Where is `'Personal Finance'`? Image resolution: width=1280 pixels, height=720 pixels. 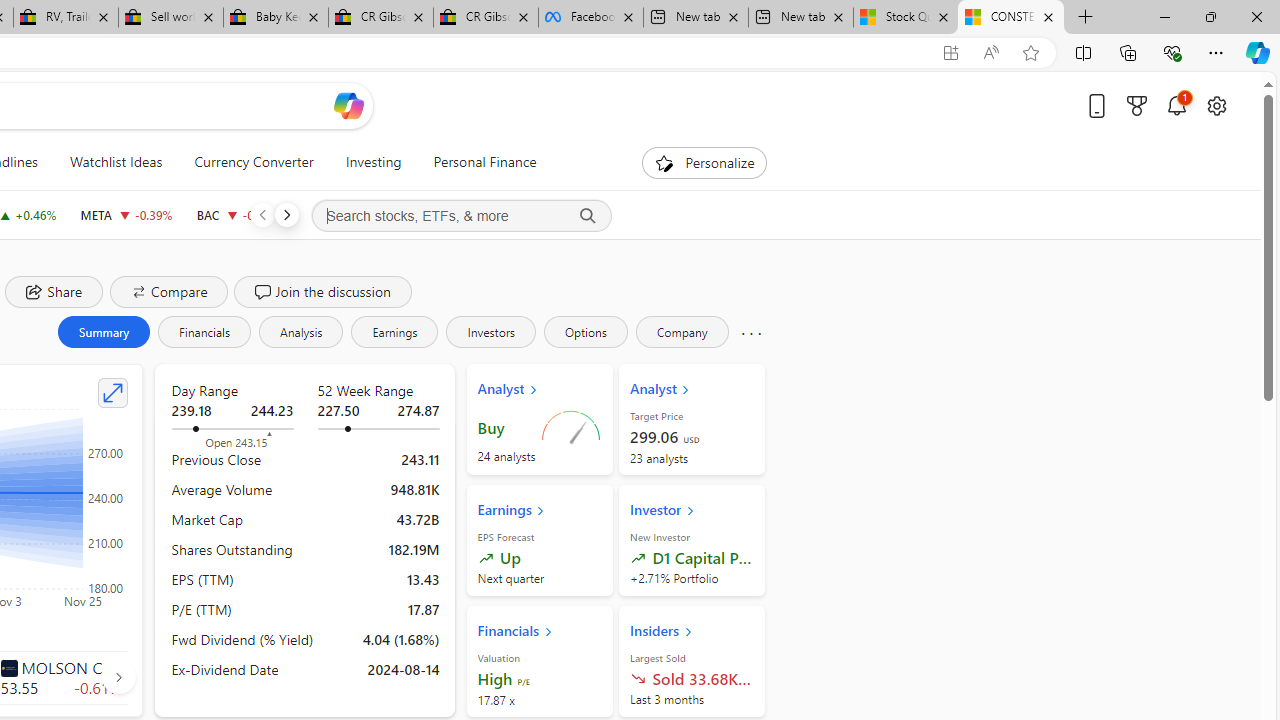 'Personal Finance' is located at coordinates (485, 162).